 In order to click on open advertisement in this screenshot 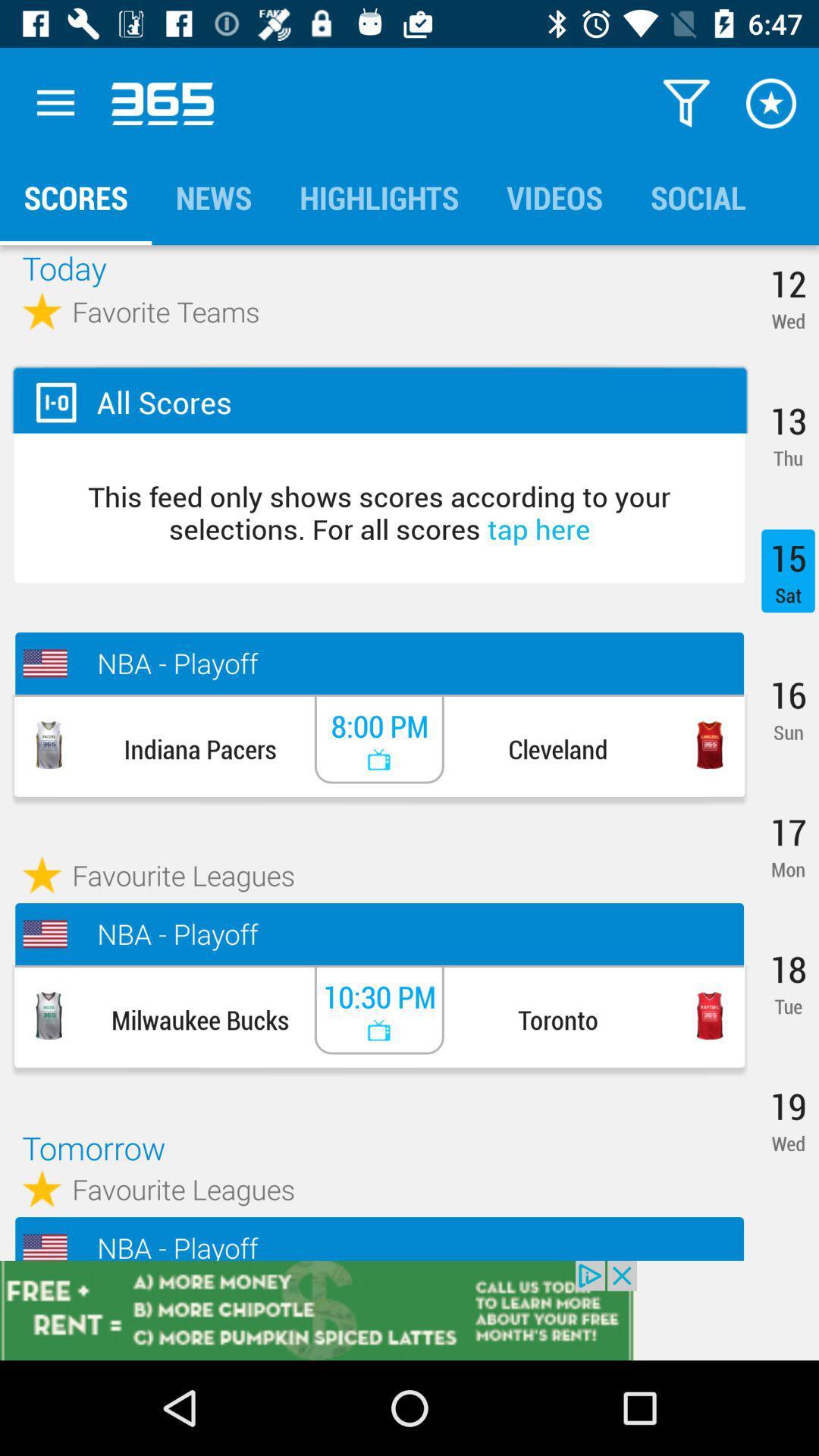, I will do `click(409, 1310)`.